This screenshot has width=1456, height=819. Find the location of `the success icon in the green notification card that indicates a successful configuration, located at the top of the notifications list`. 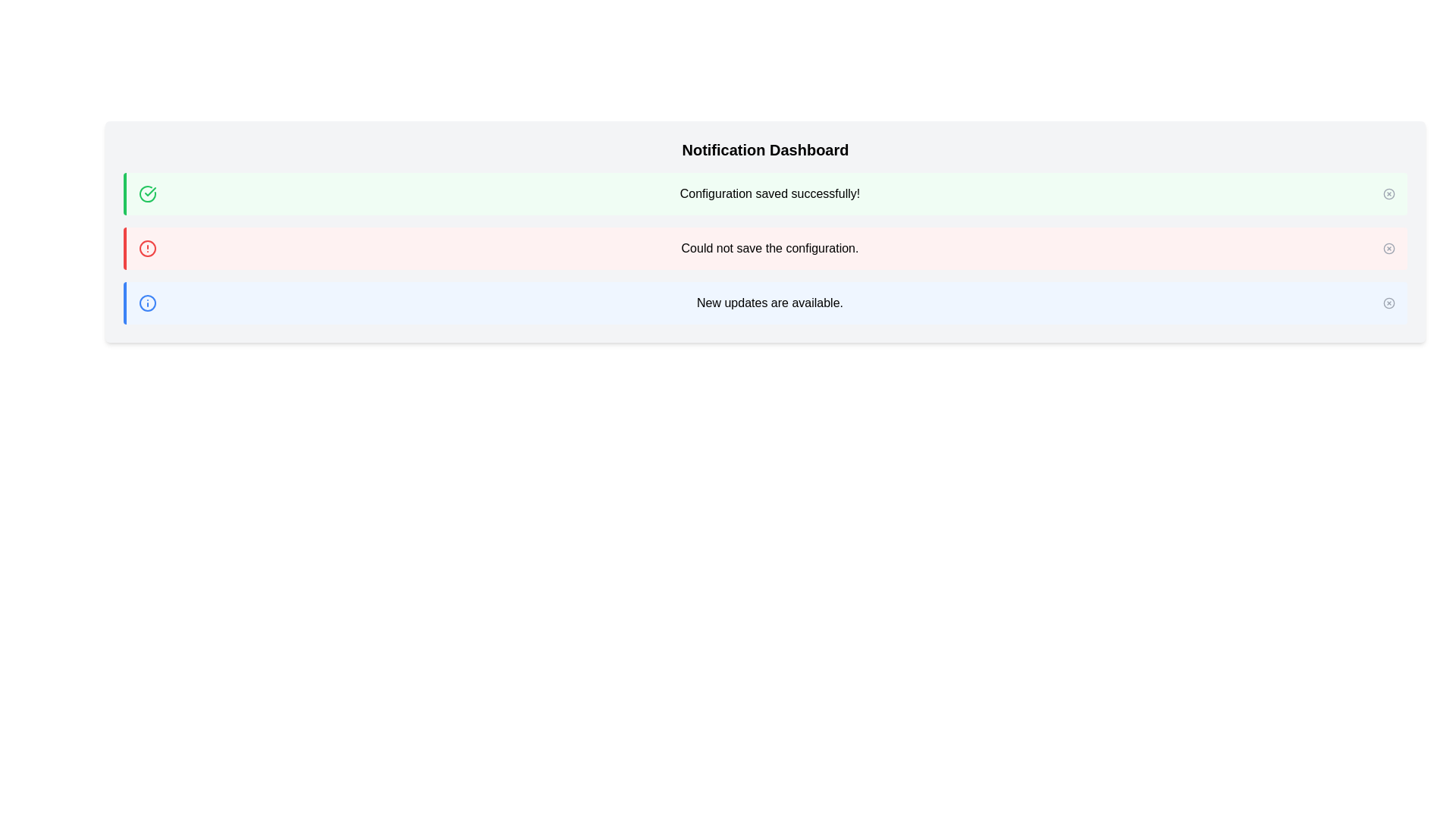

the success icon in the green notification card that indicates a successful configuration, located at the top of the notifications list is located at coordinates (148, 193).